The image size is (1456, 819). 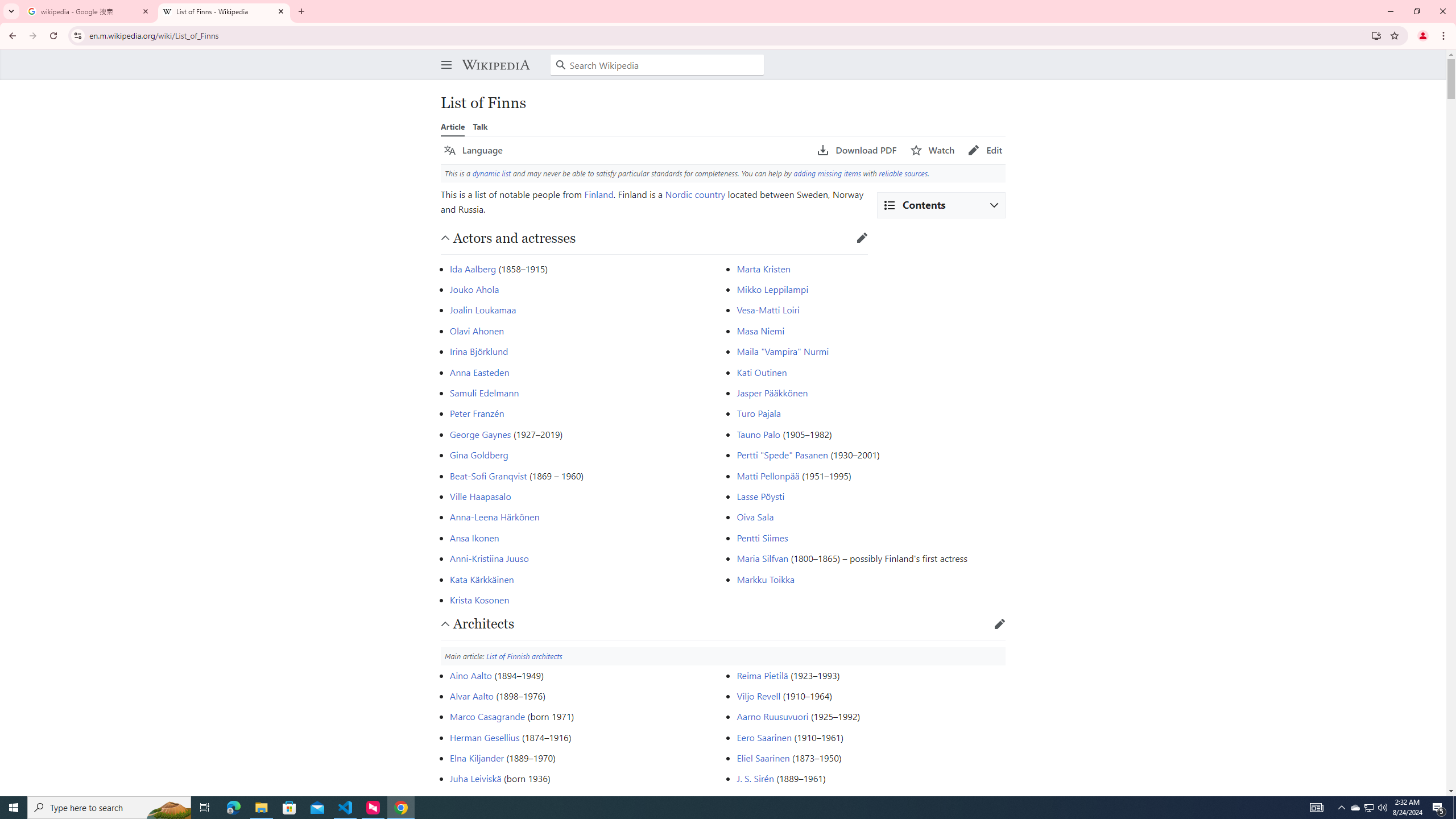 What do you see at coordinates (443, 55) in the screenshot?
I see `'AutomationID: main-menu-input'` at bounding box center [443, 55].